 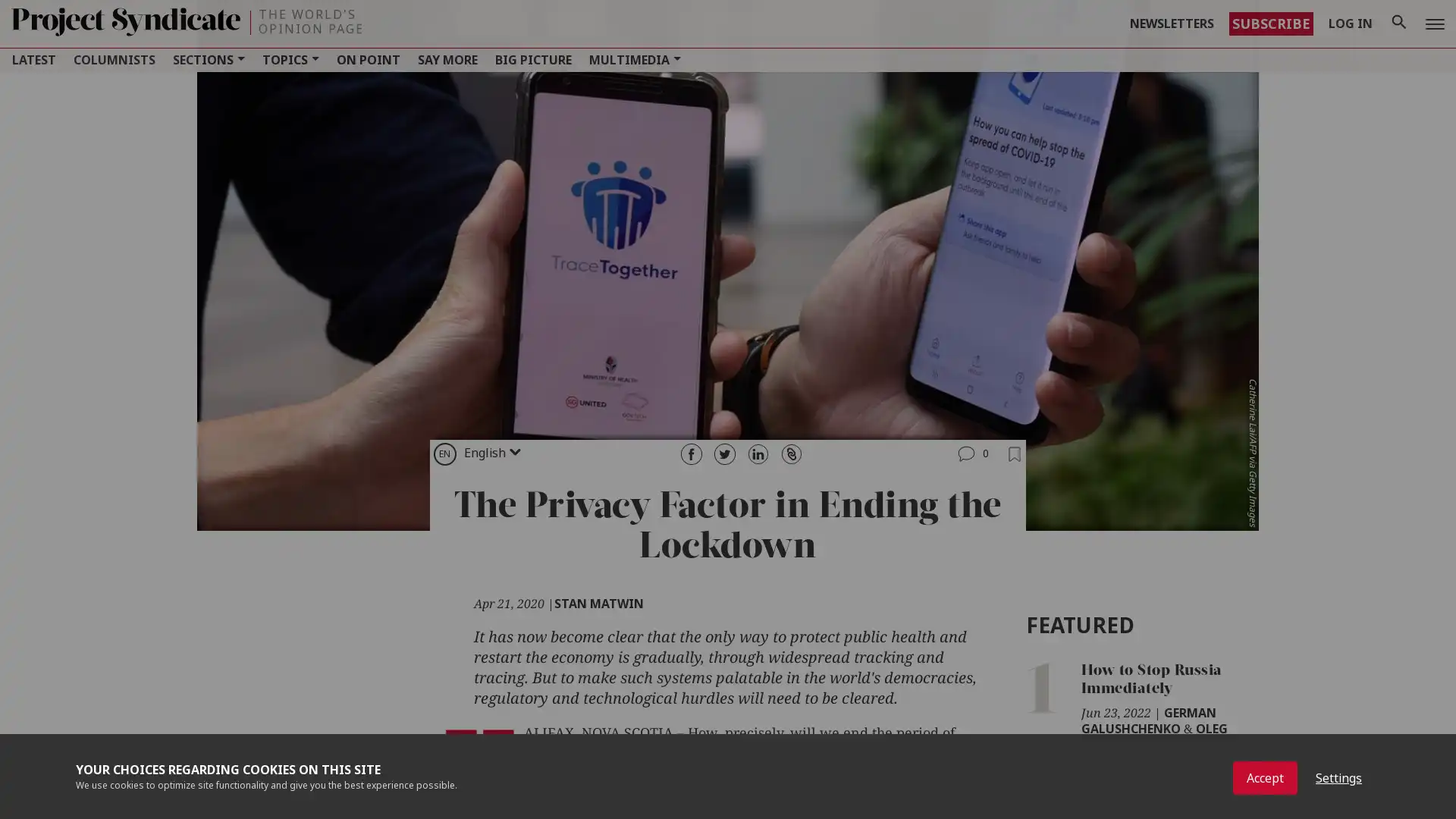 I want to click on Settings, so click(x=1338, y=778).